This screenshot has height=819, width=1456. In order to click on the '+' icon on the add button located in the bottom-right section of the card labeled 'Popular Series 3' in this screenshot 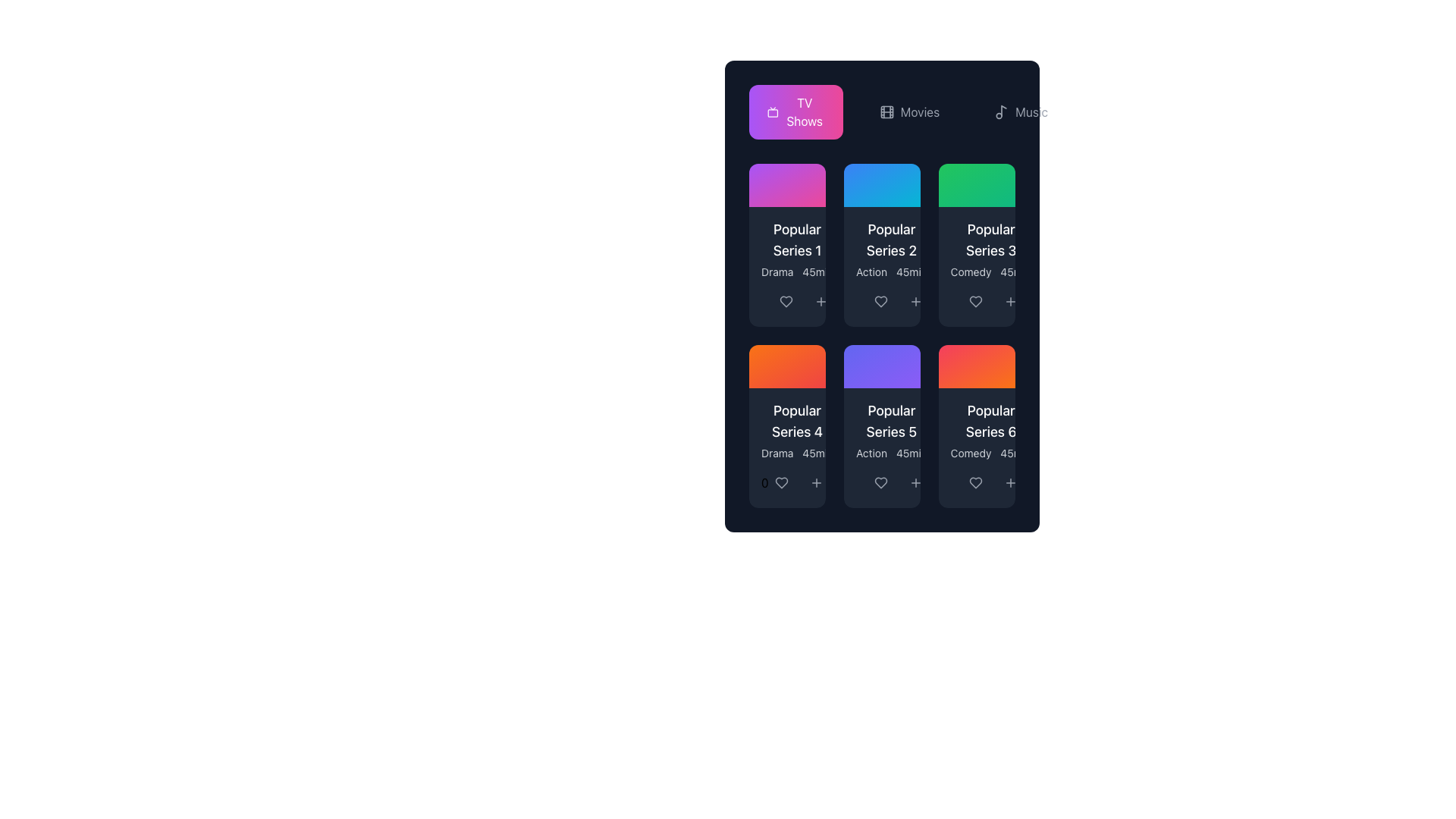, I will do `click(1011, 301)`.